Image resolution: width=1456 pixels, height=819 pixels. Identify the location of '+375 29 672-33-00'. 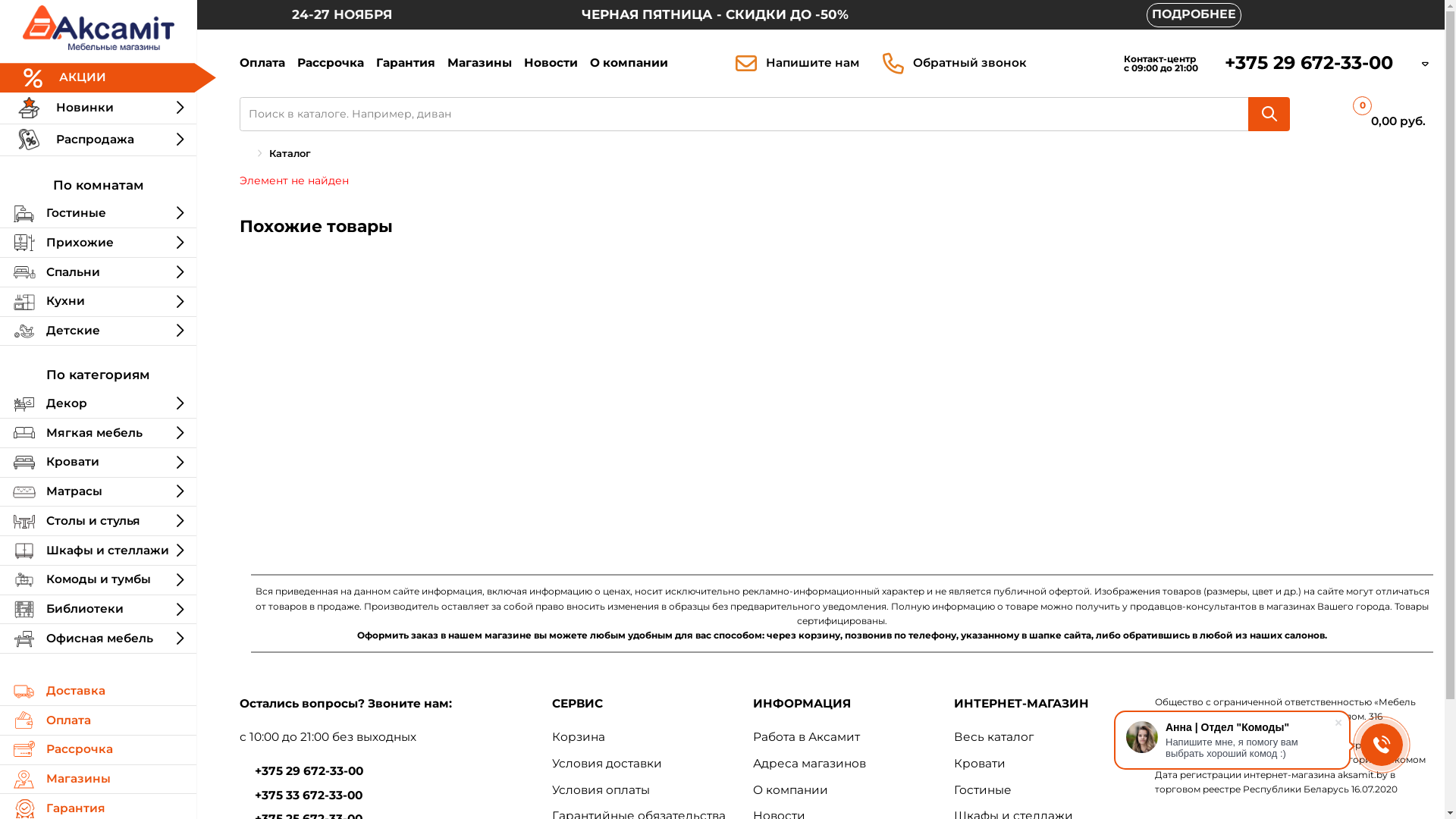
(308, 770).